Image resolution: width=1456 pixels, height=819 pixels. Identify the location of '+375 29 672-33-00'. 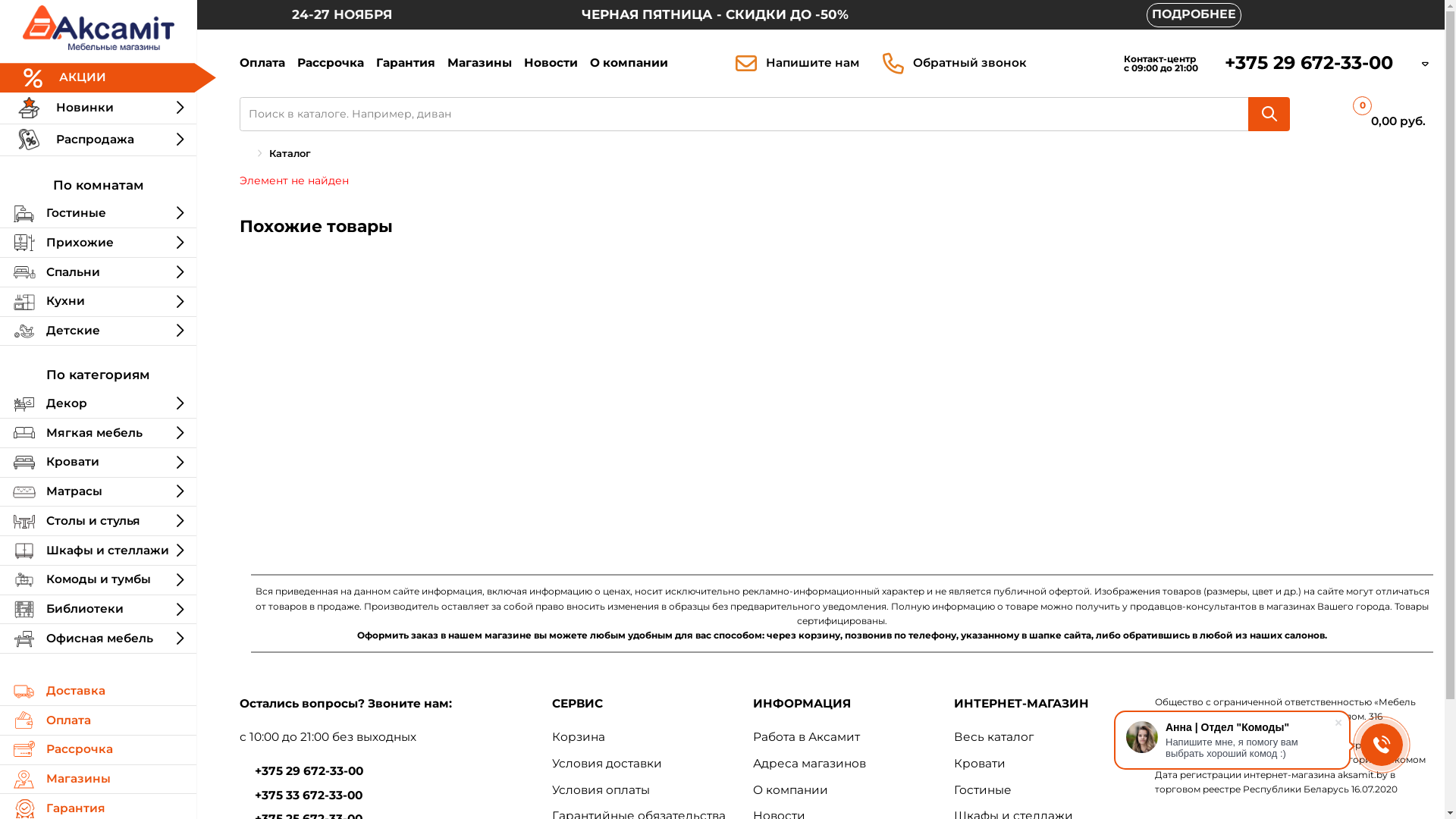
(308, 770).